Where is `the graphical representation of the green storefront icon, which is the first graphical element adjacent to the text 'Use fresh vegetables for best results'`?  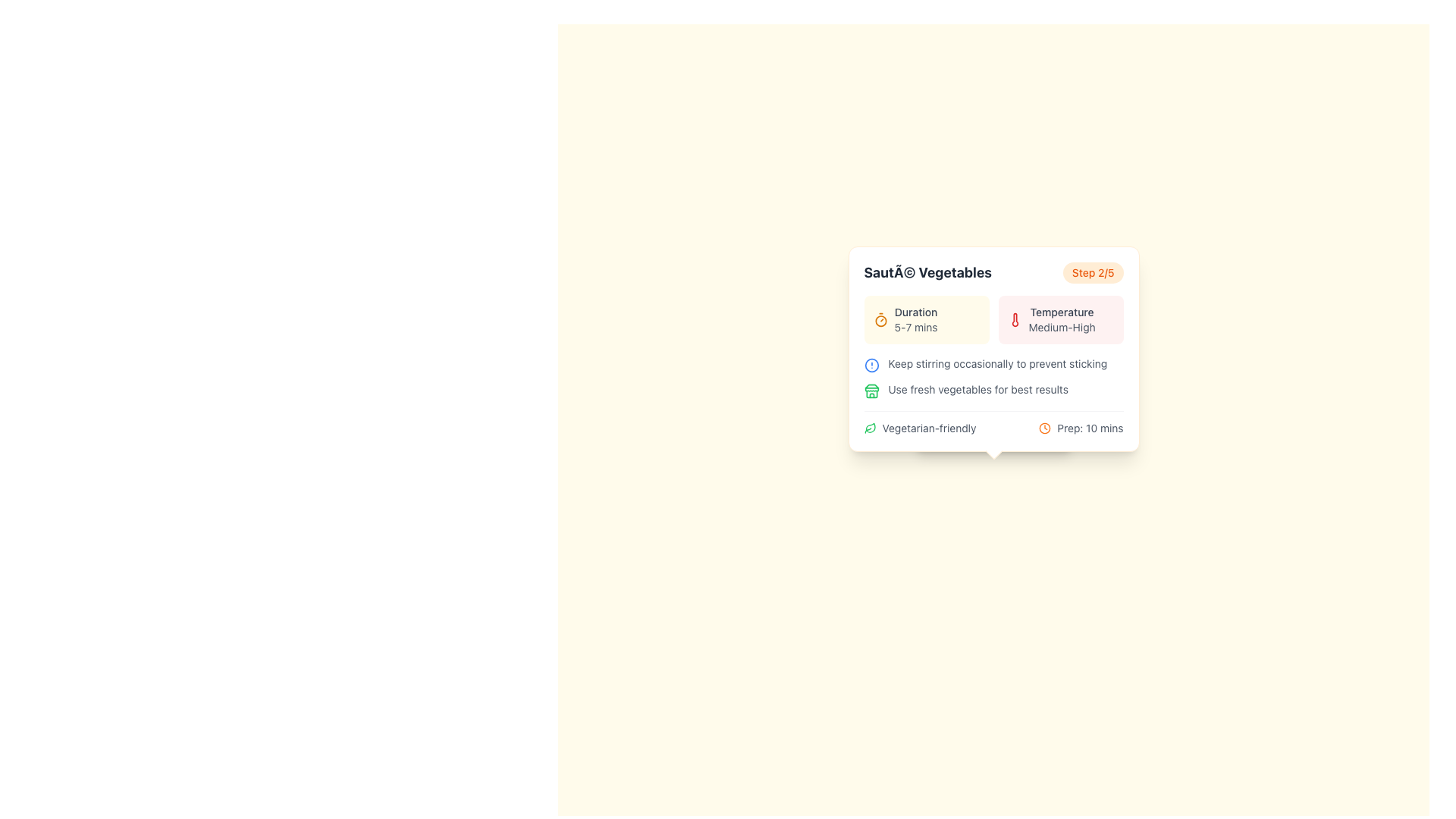 the graphical representation of the green storefront icon, which is the first graphical element adjacent to the text 'Use fresh vegetables for best results' is located at coordinates (871, 391).